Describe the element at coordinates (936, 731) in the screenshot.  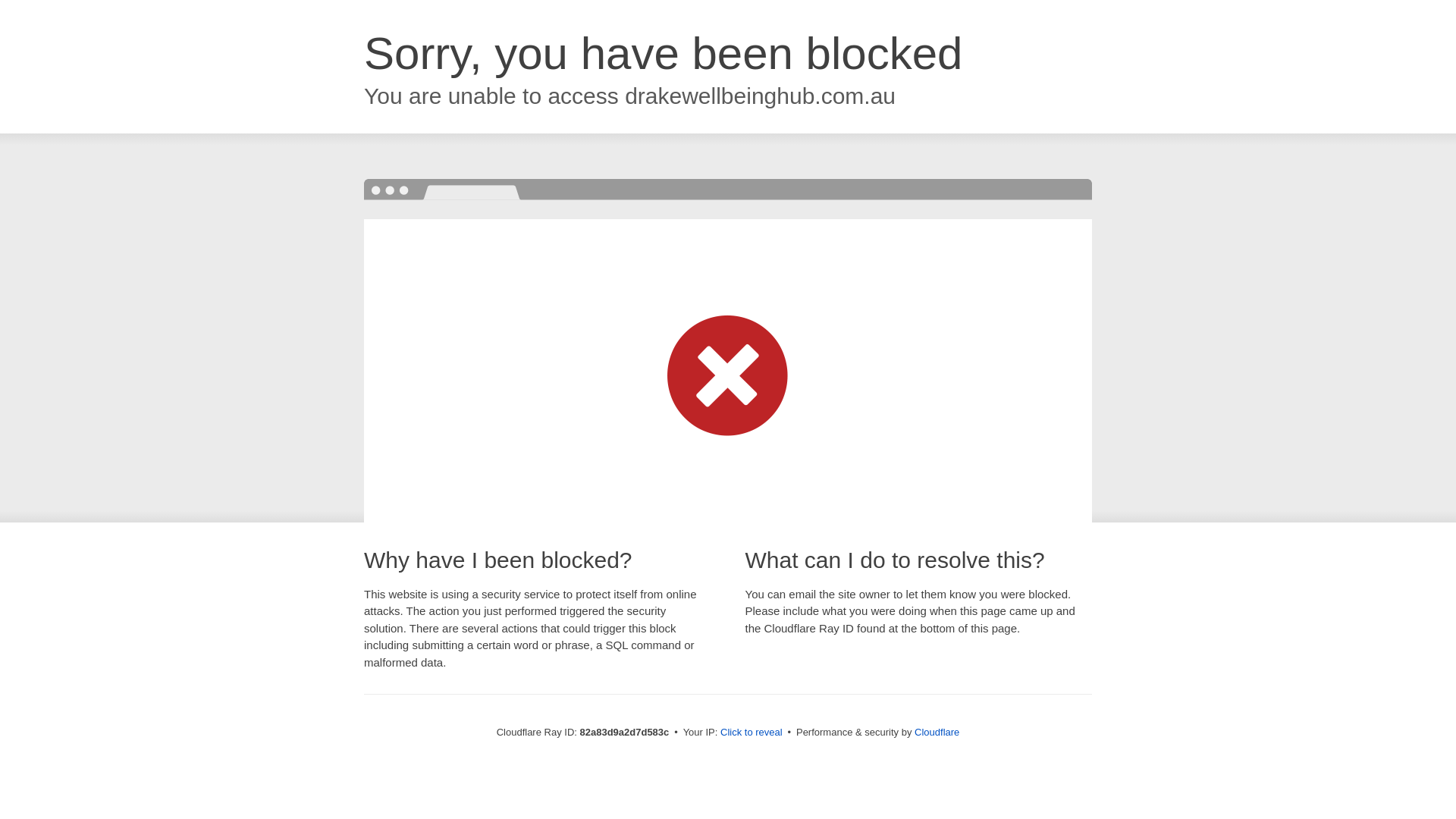
I see `'Cloudflare'` at that location.